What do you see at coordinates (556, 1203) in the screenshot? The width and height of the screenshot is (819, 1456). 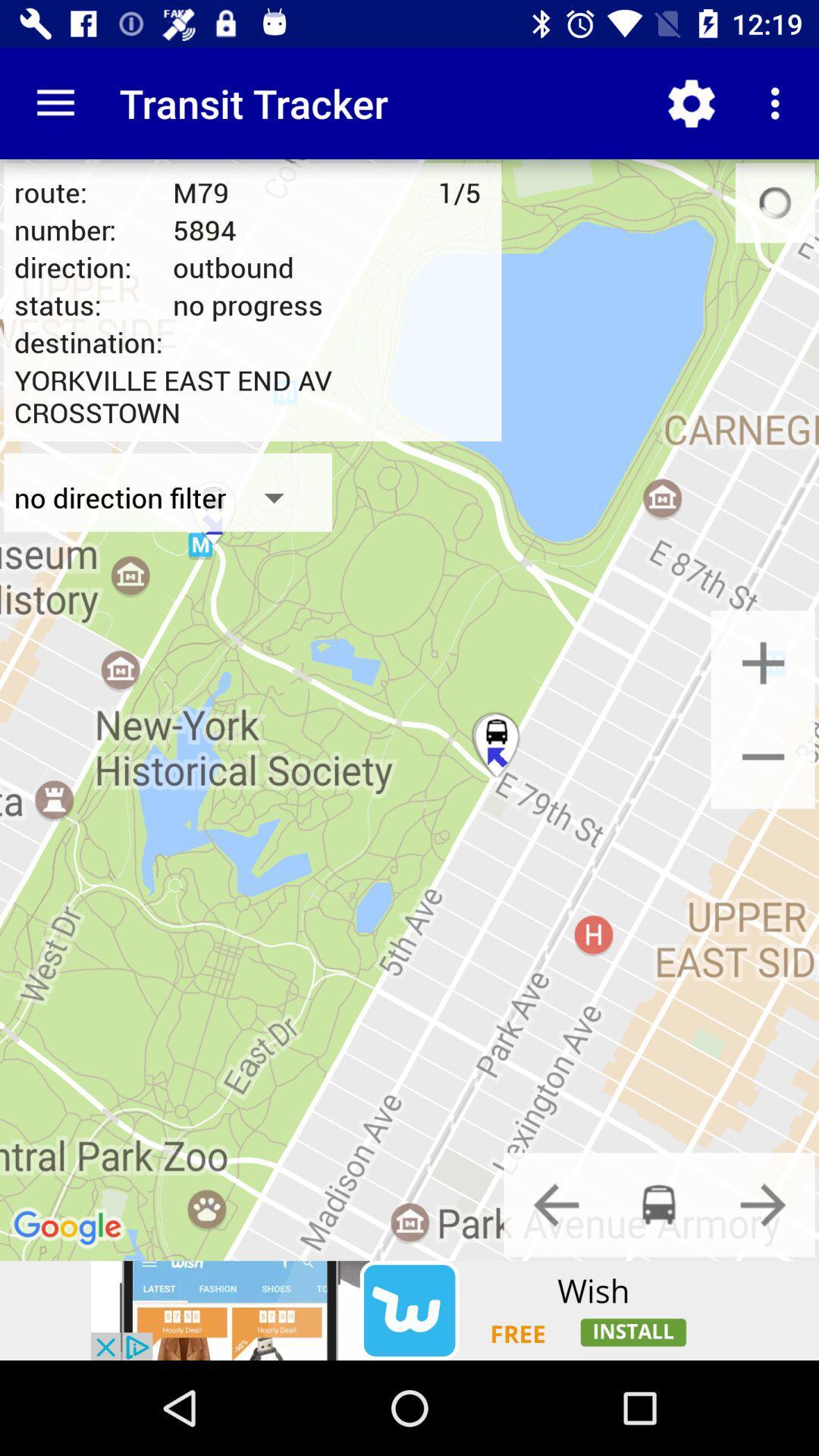 I see `previous` at bounding box center [556, 1203].